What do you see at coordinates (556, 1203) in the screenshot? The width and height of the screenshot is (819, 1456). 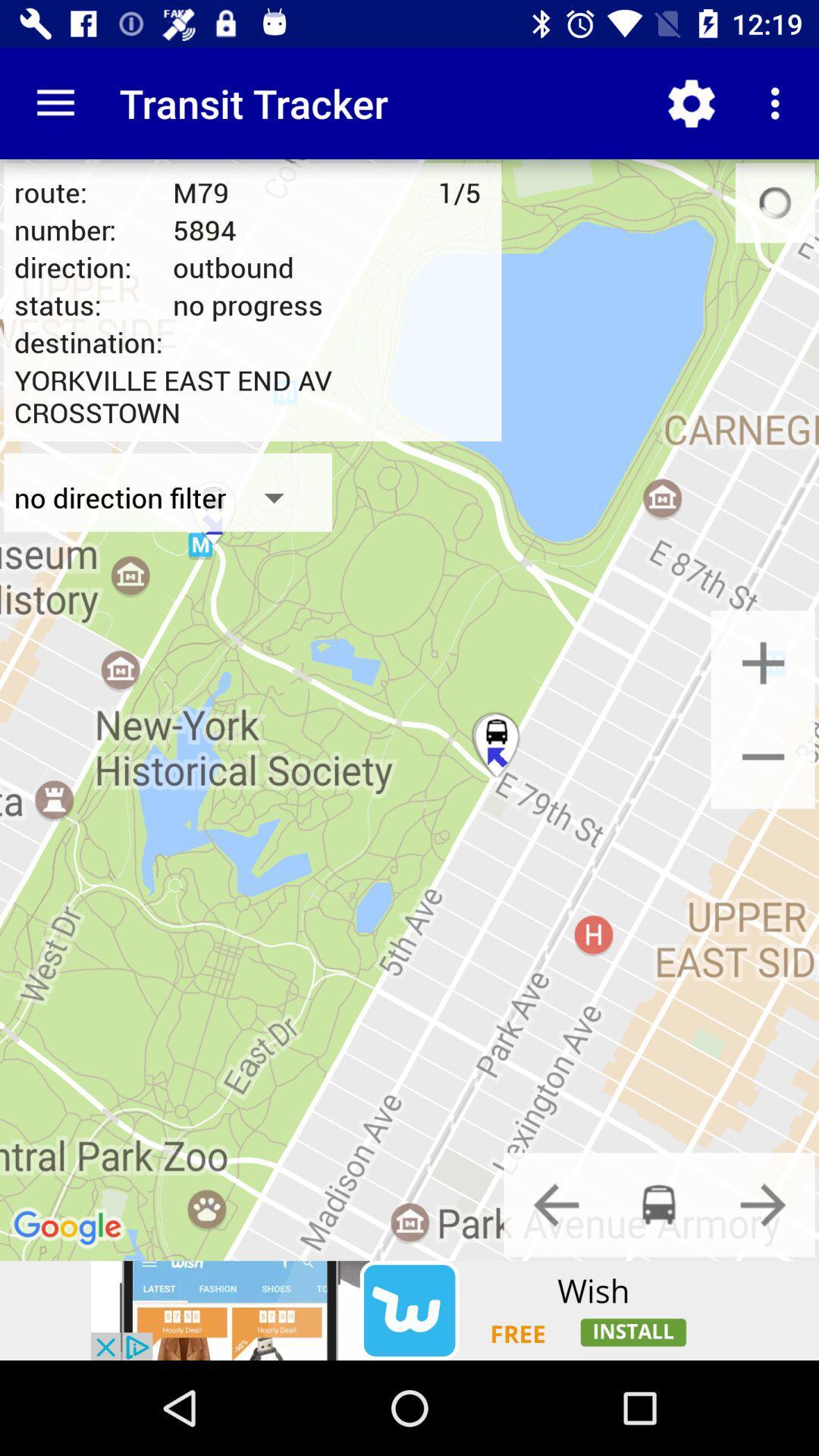 I see `previous` at bounding box center [556, 1203].